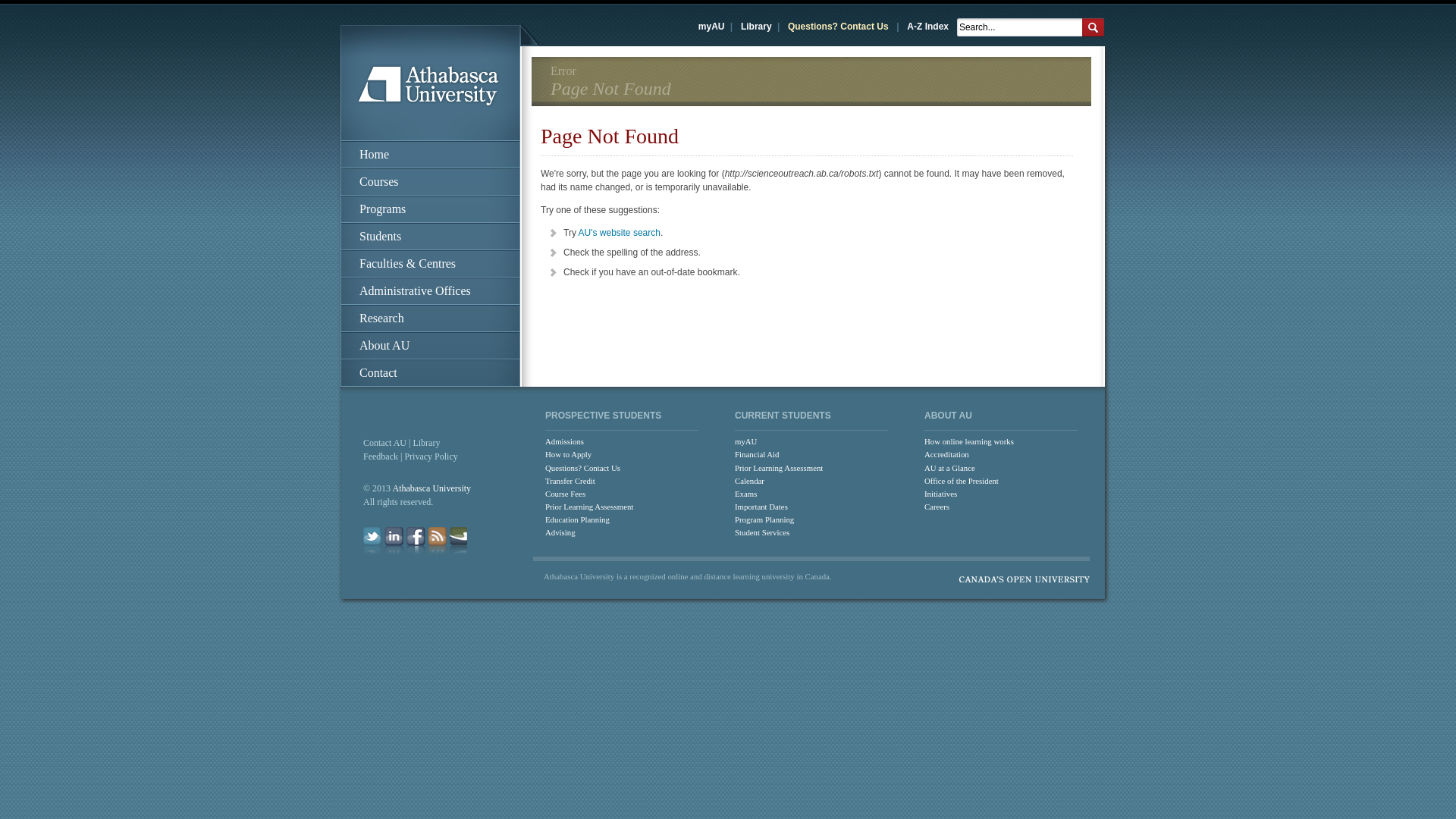 The height and width of the screenshot is (819, 1456). What do you see at coordinates (429, 345) in the screenshot?
I see `'About AU'` at bounding box center [429, 345].